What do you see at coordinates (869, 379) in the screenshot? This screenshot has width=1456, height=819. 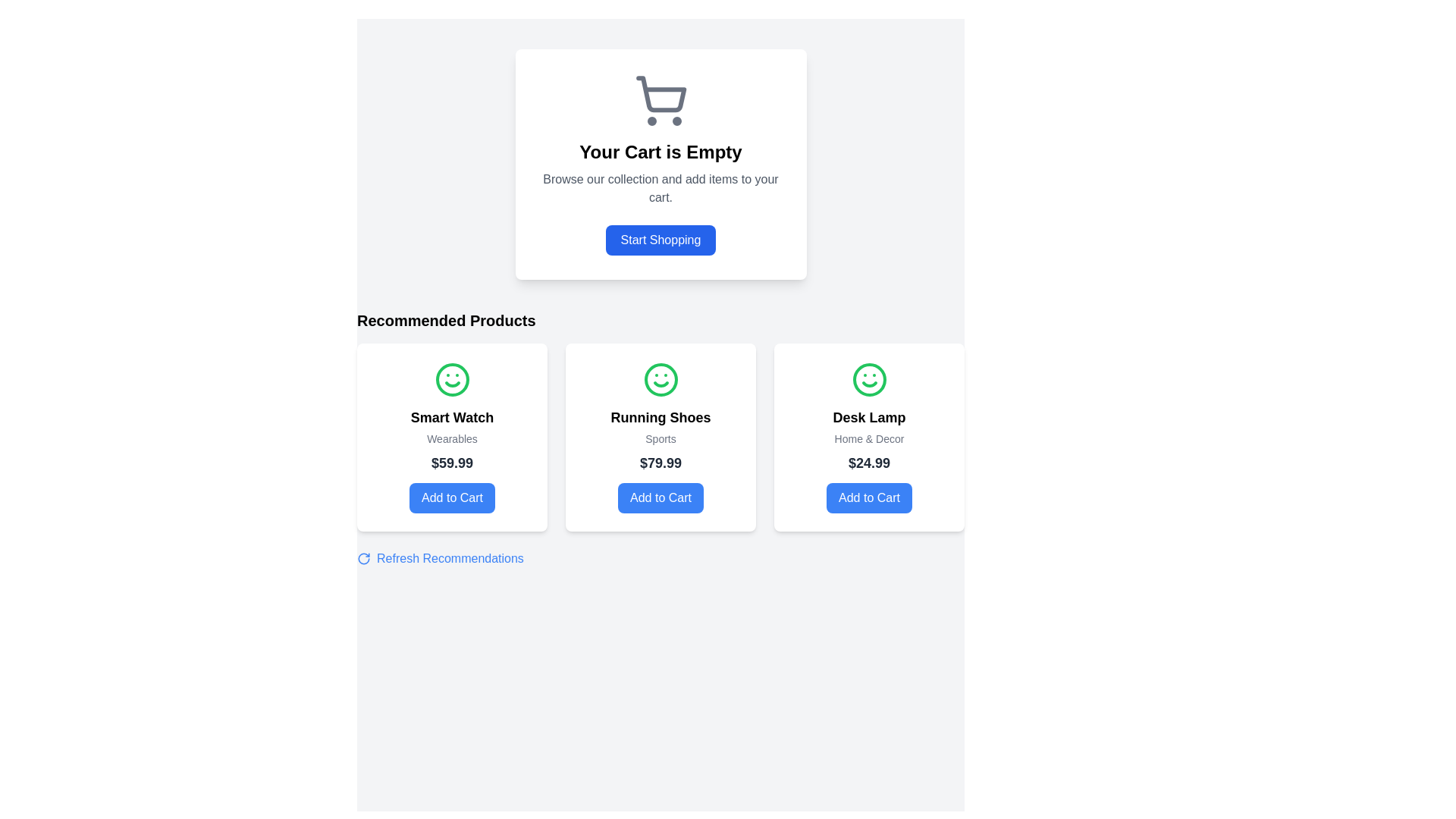 I see `the innermost circular component of the smiley face icon located within the card labeled 'Desk Lamp' in the third column of the three-column layout under 'Recommended Products'` at bounding box center [869, 379].